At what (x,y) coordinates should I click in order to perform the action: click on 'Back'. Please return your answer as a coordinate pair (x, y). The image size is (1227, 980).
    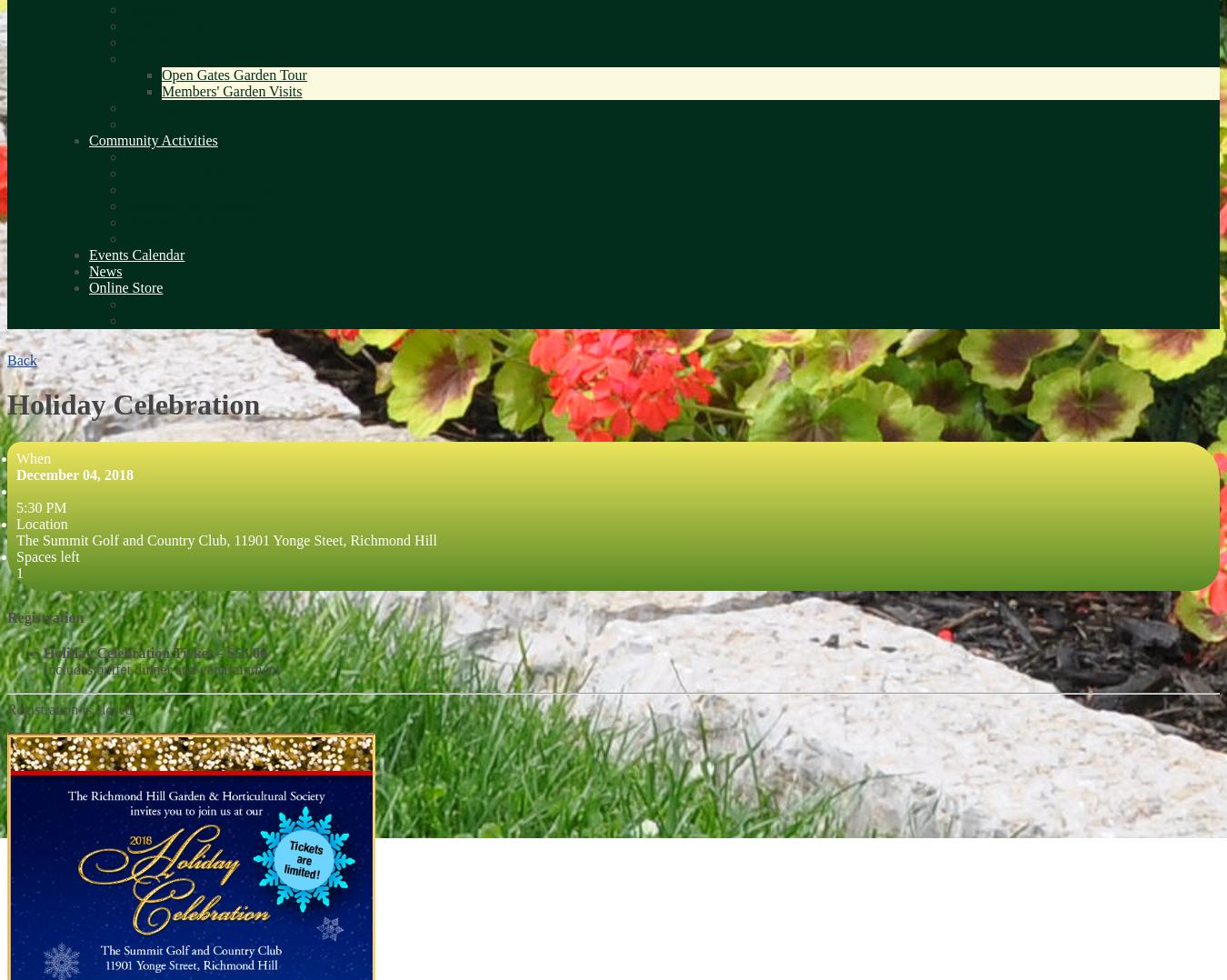
    Looking at the image, I should click on (21, 359).